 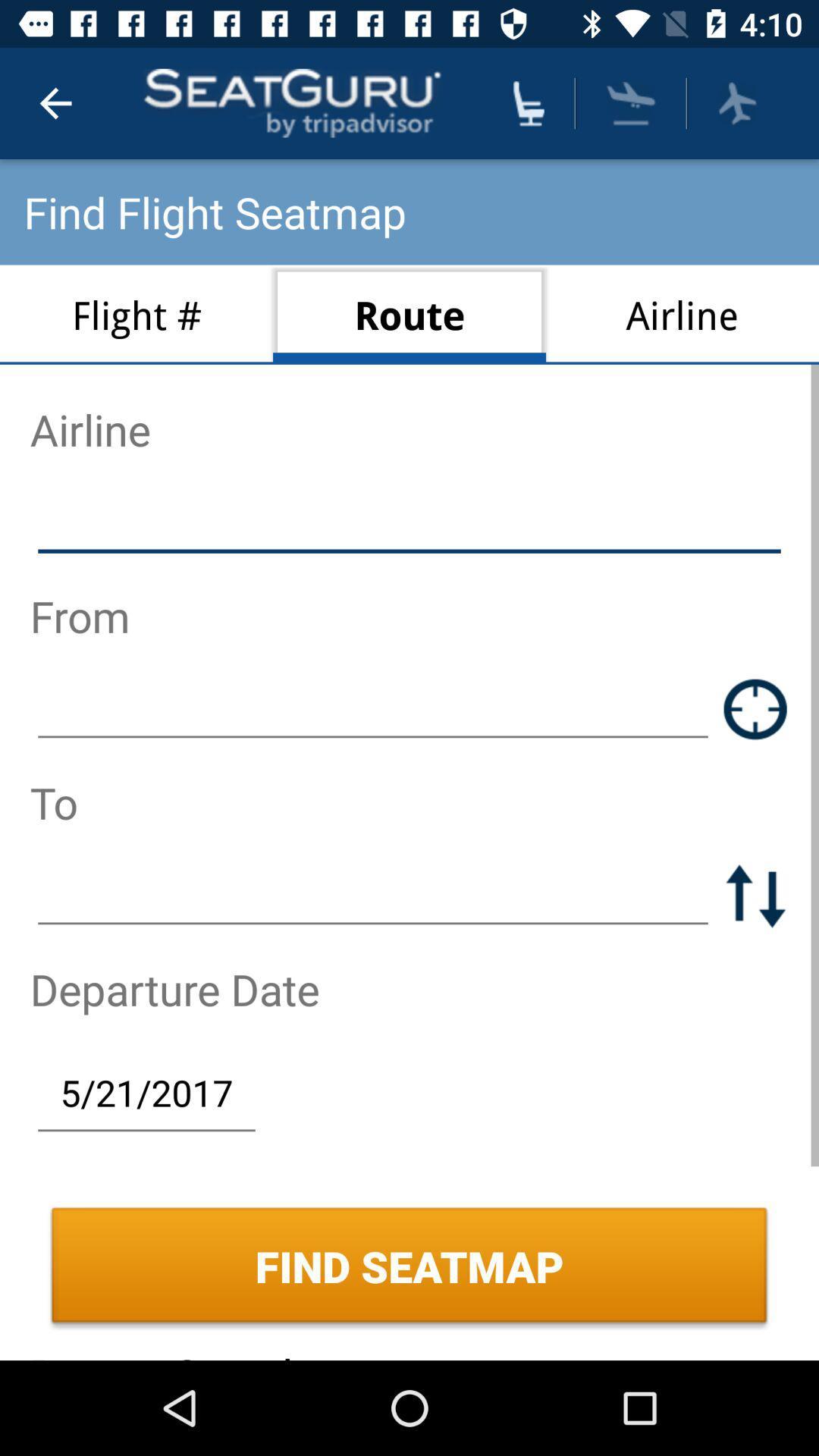 What do you see at coordinates (528, 102) in the screenshot?
I see `the icon above route icon` at bounding box center [528, 102].